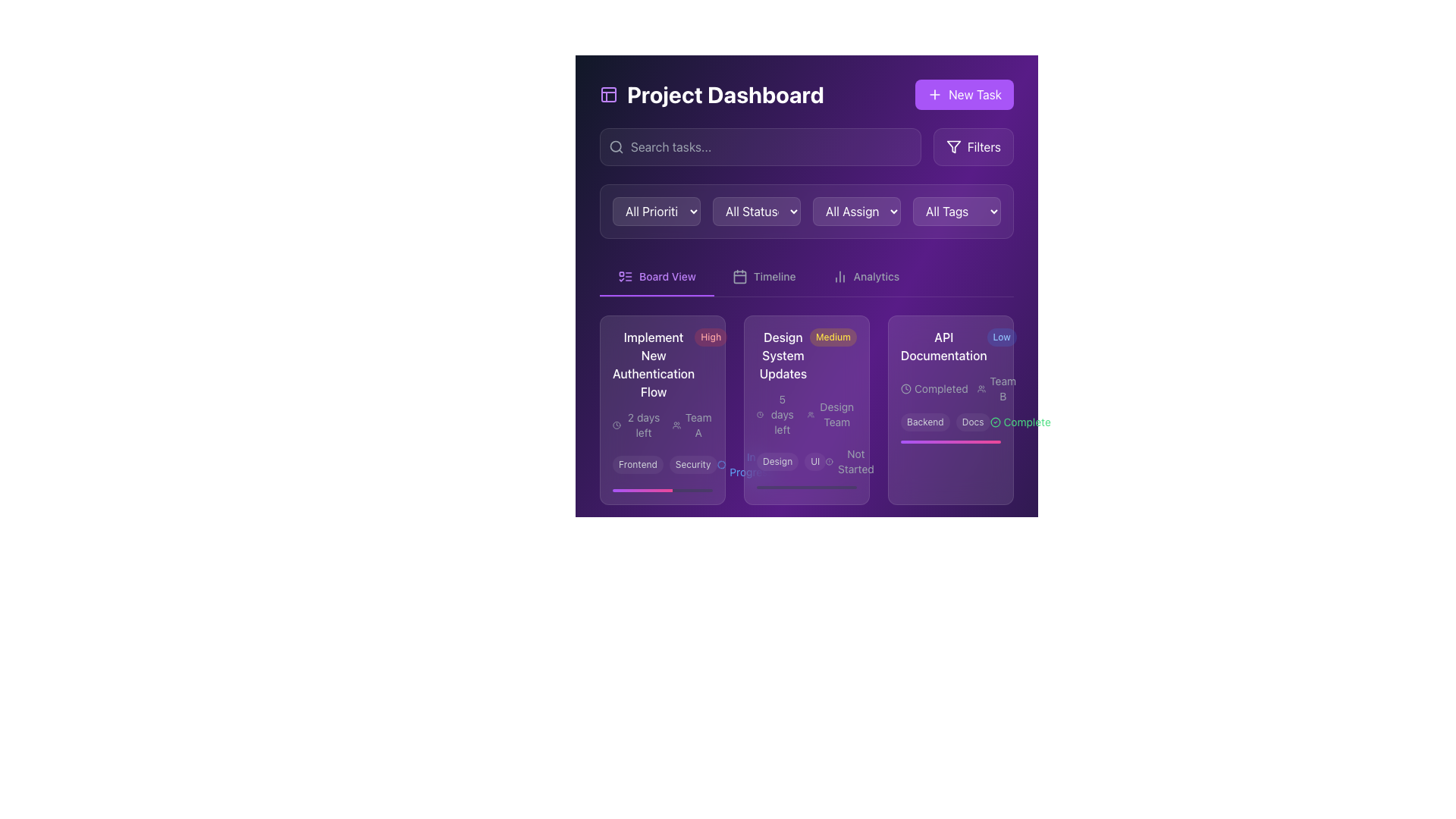  What do you see at coordinates (608, 94) in the screenshot?
I see `the icon representing the dashboard feature, located to the left of the 'Project Dashboard' text` at bounding box center [608, 94].